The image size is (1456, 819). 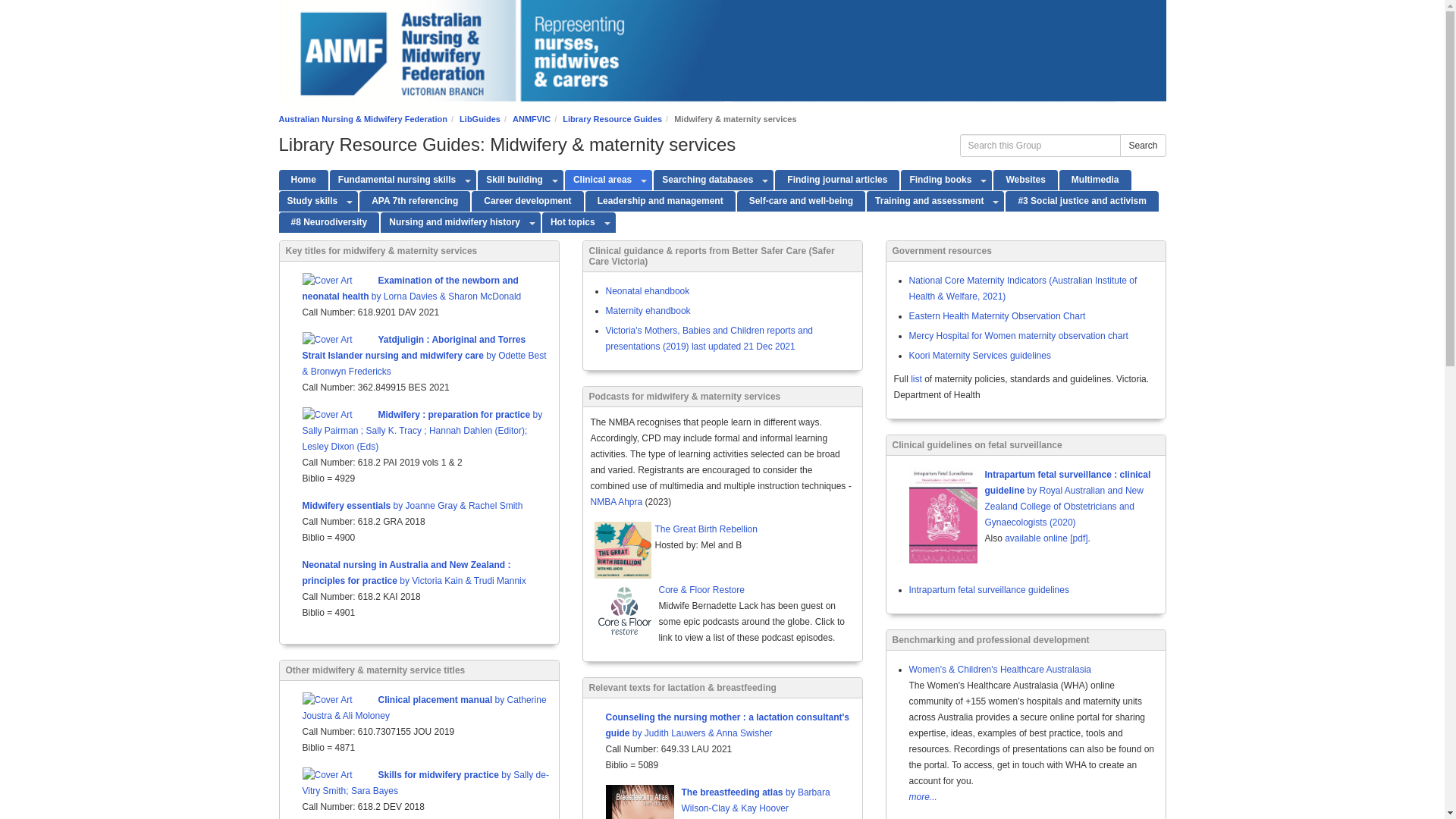 I want to click on 'Finding books', so click(x=937, y=179).